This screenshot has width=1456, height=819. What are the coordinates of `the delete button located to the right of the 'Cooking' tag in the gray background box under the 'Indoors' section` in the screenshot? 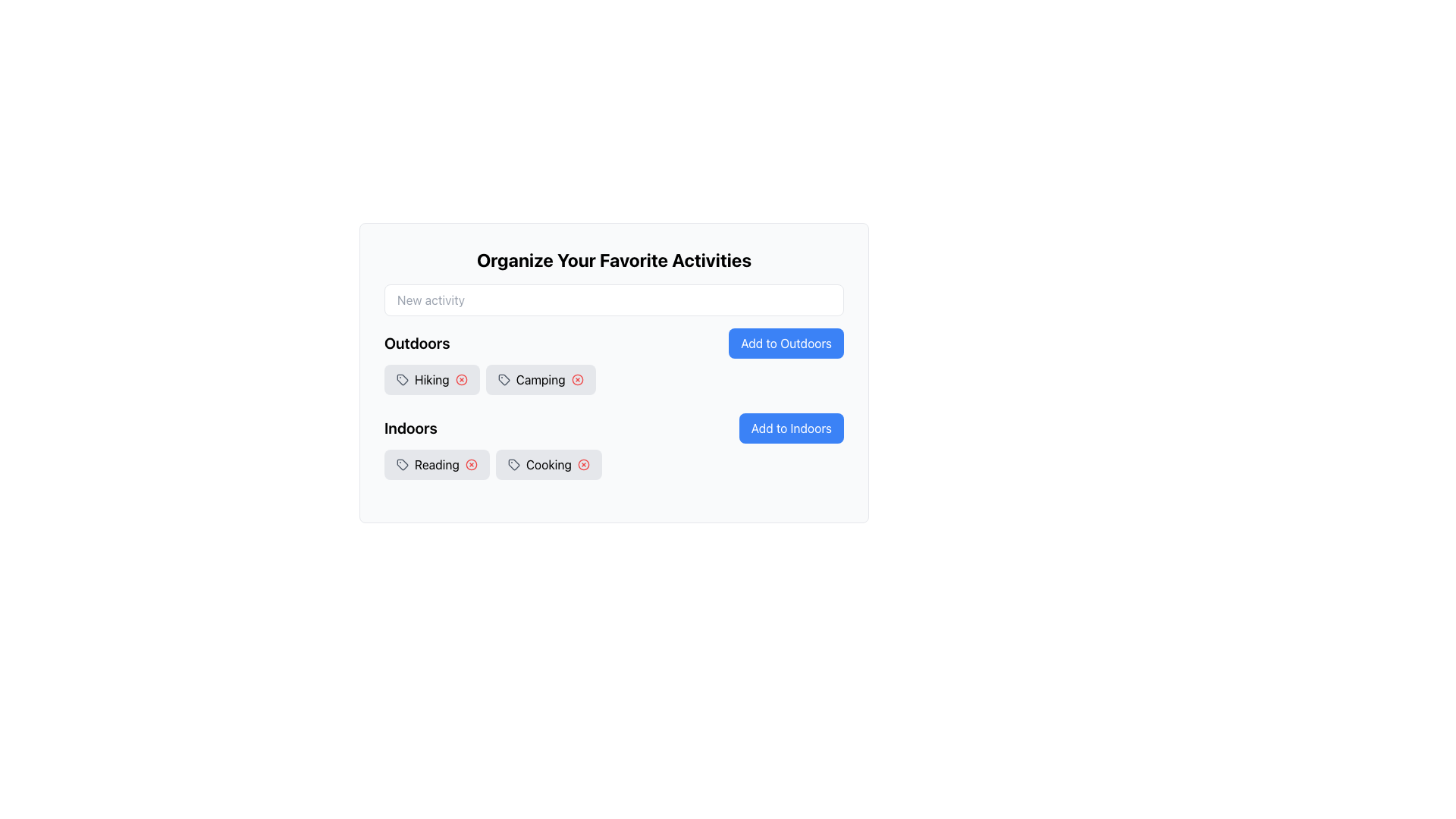 It's located at (582, 464).